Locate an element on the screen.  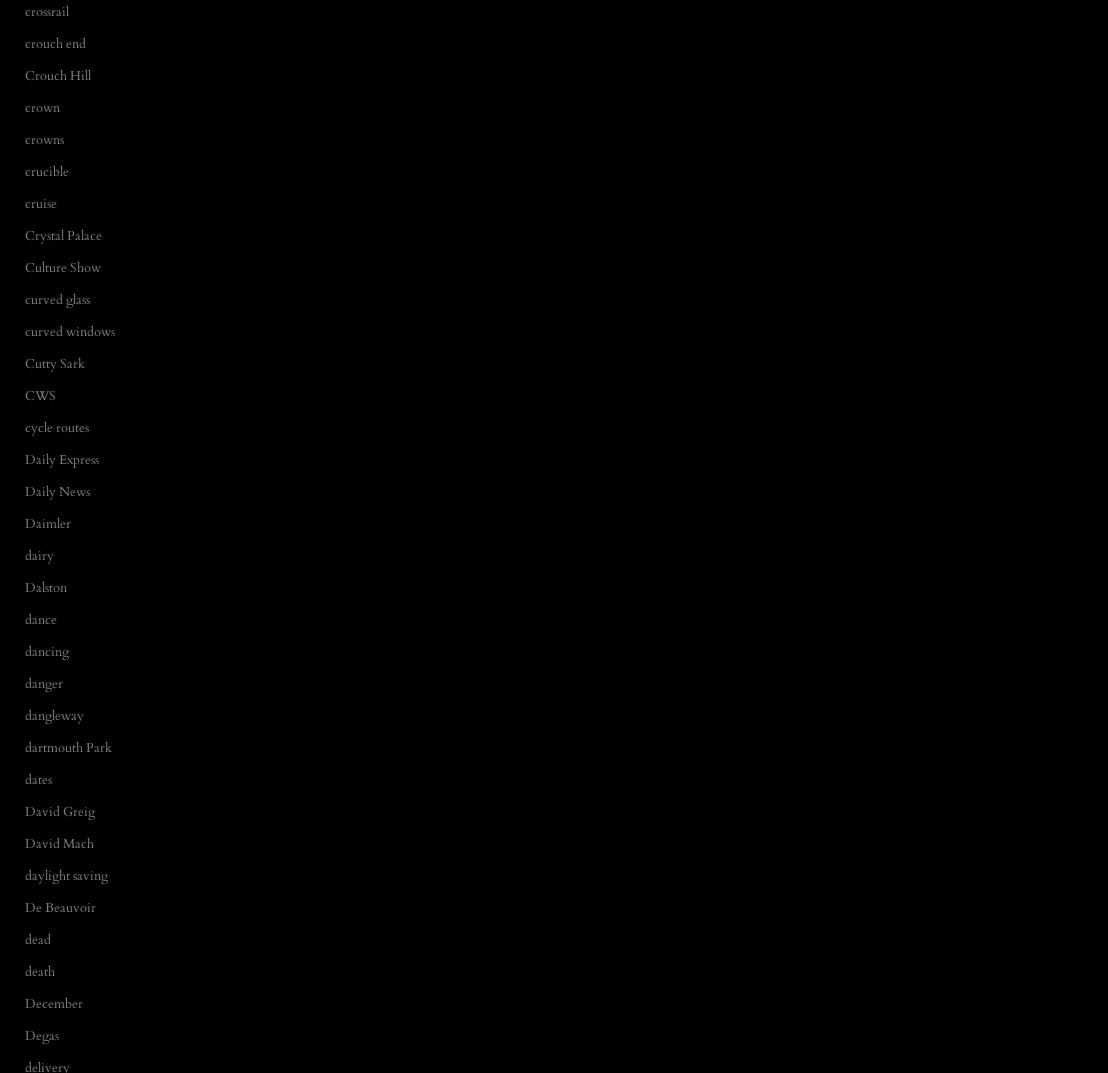
'Crystal Palace' is located at coordinates (25, 234).